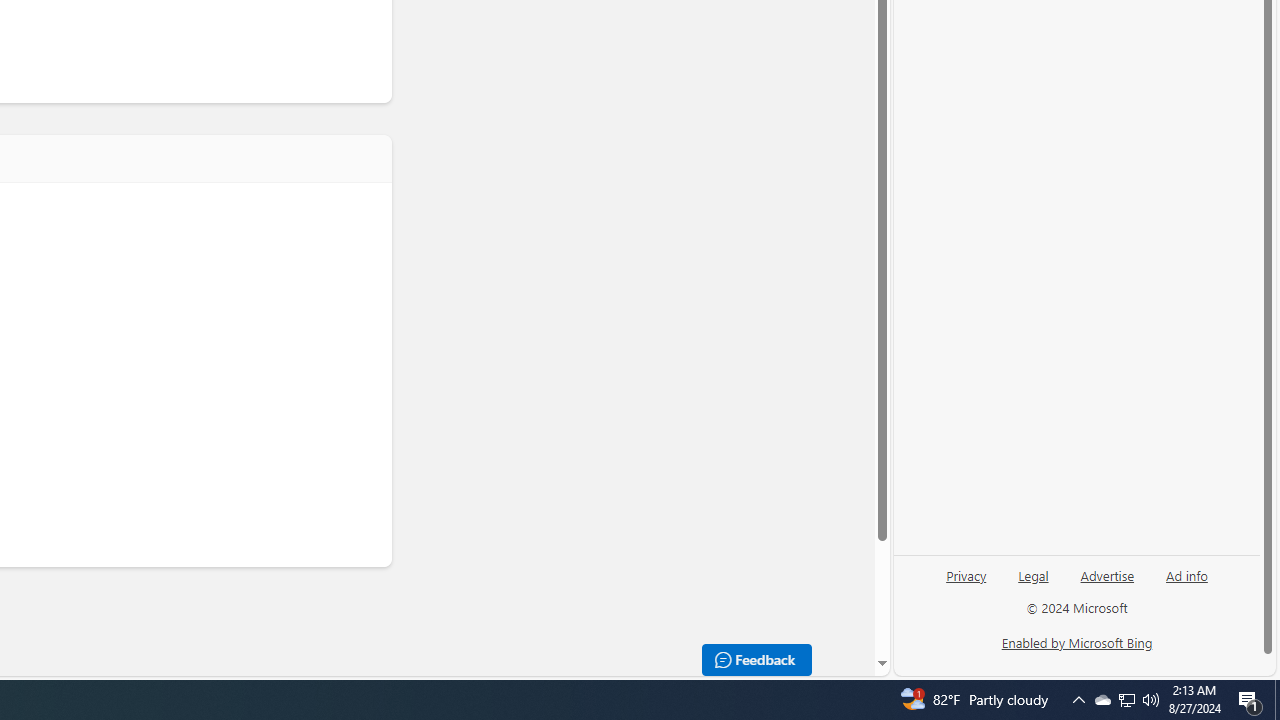 The width and height of the screenshot is (1280, 720). Describe the element at coordinates (1186, 583) in the screenshot. I see `'Ad info'` at that location.